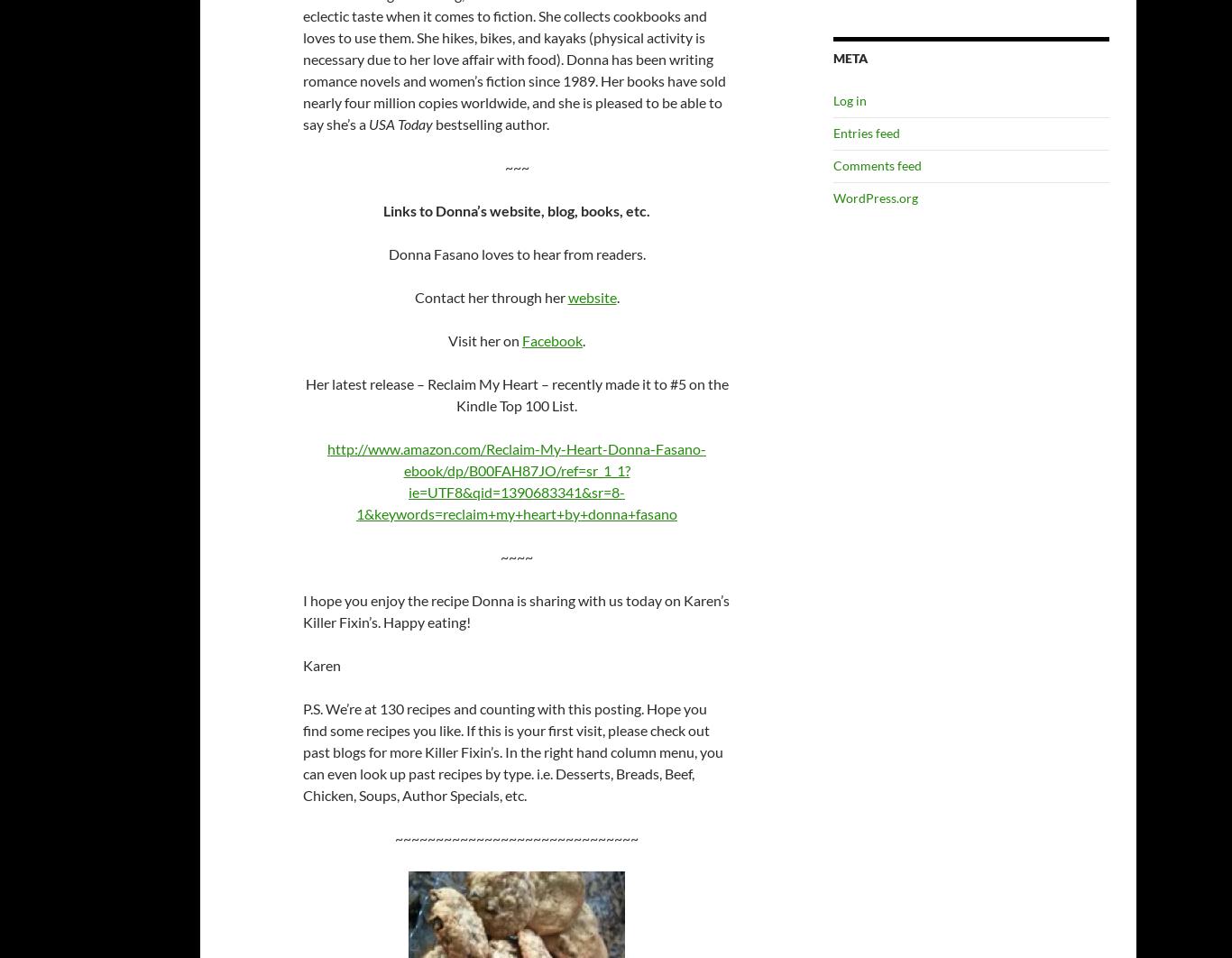 The width and height of the screenshot is (1232, 958). I want to click on 'I hope you enjoy the recipe Donna is sharing with us today on Karen’s Killer Fixin’s. Happy eating!', so click(303, 611).